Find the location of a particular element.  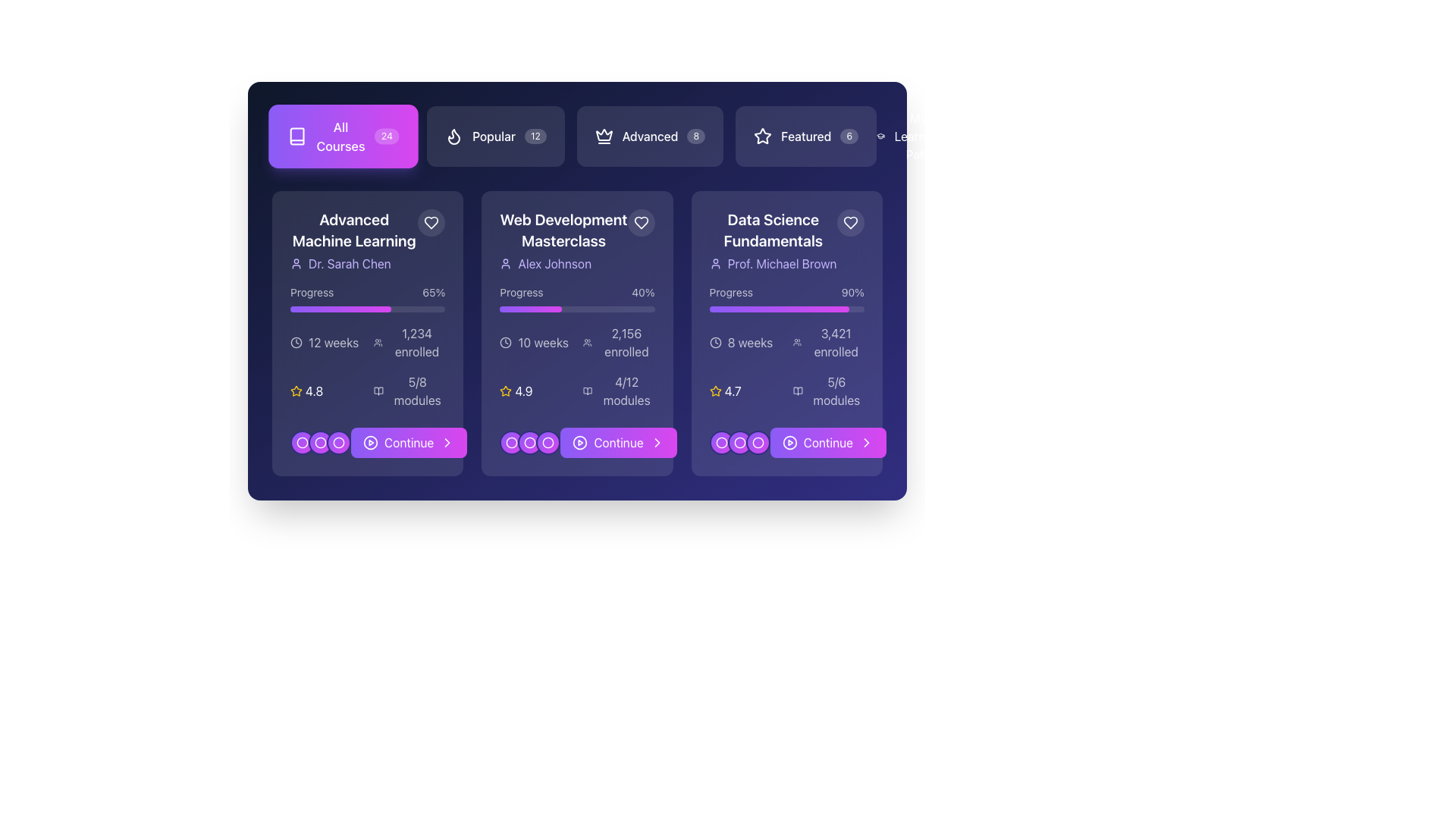

the static text label displaying 'Alex Johnson', which is styled in light purple on a dark background and located inside the 'Web Development Masterclass' card is located at coordinates (554, 262).